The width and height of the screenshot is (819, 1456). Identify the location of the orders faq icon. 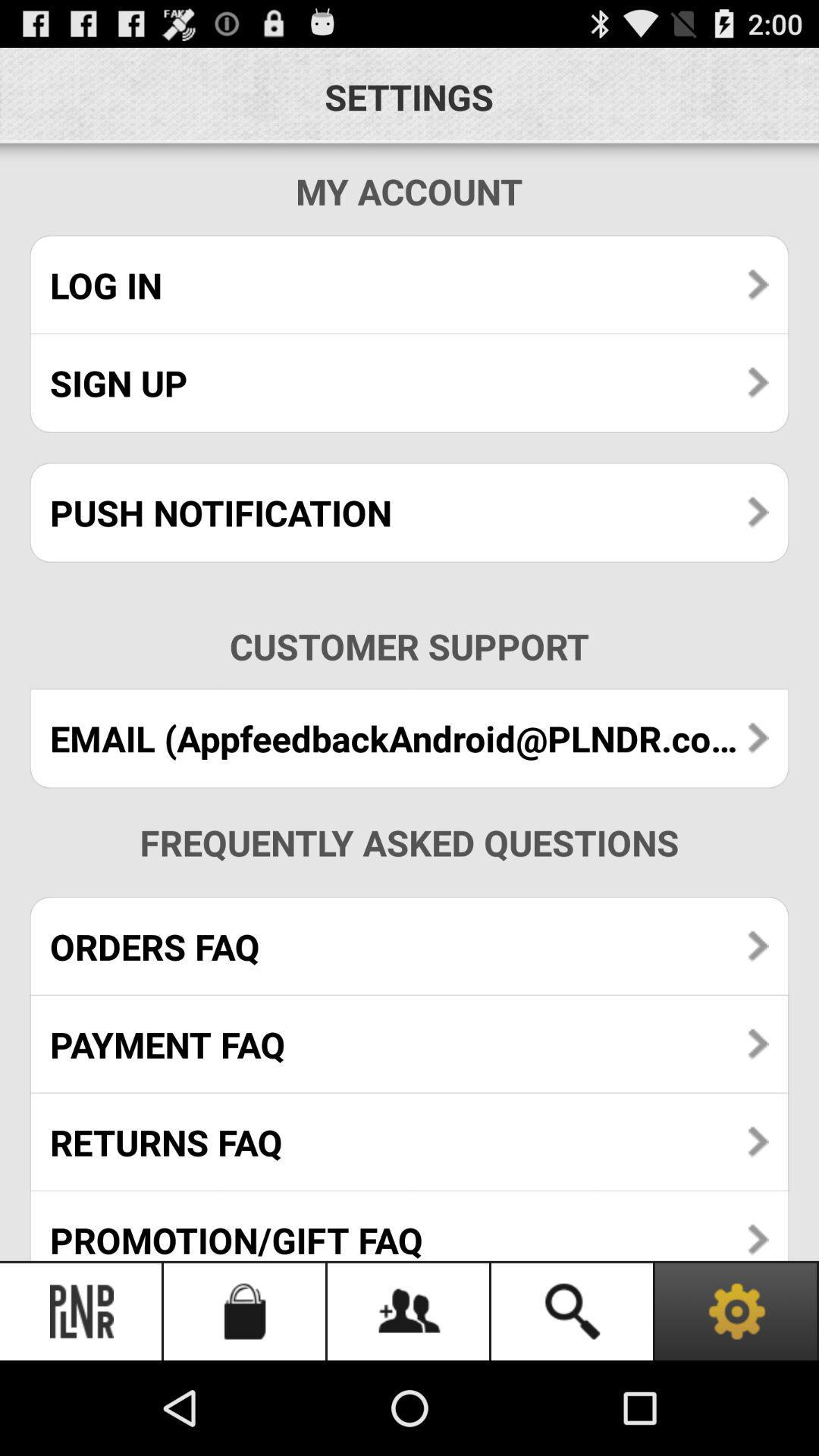
(409, 946).